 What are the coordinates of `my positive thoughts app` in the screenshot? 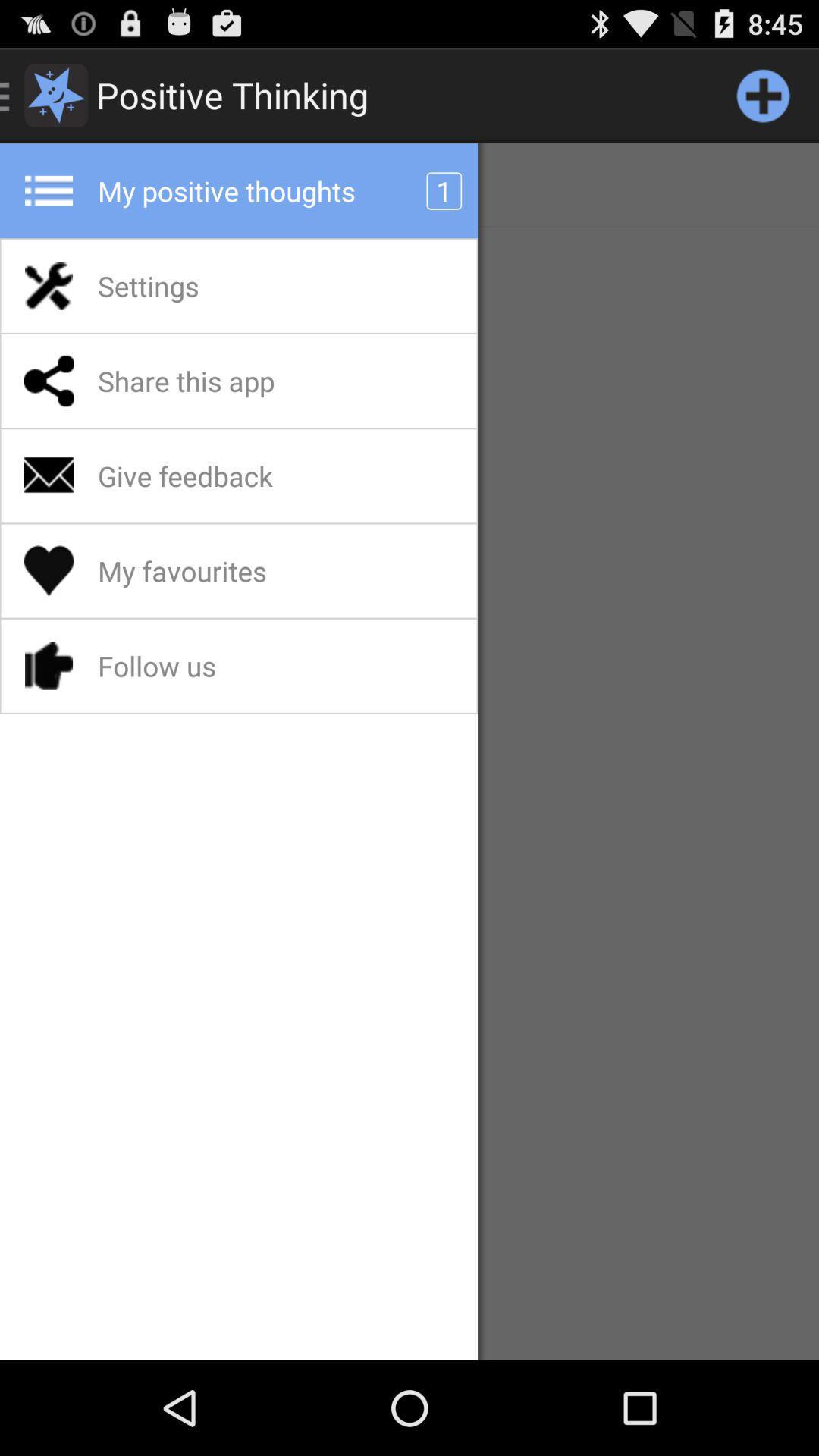 It's located at (265, 190).